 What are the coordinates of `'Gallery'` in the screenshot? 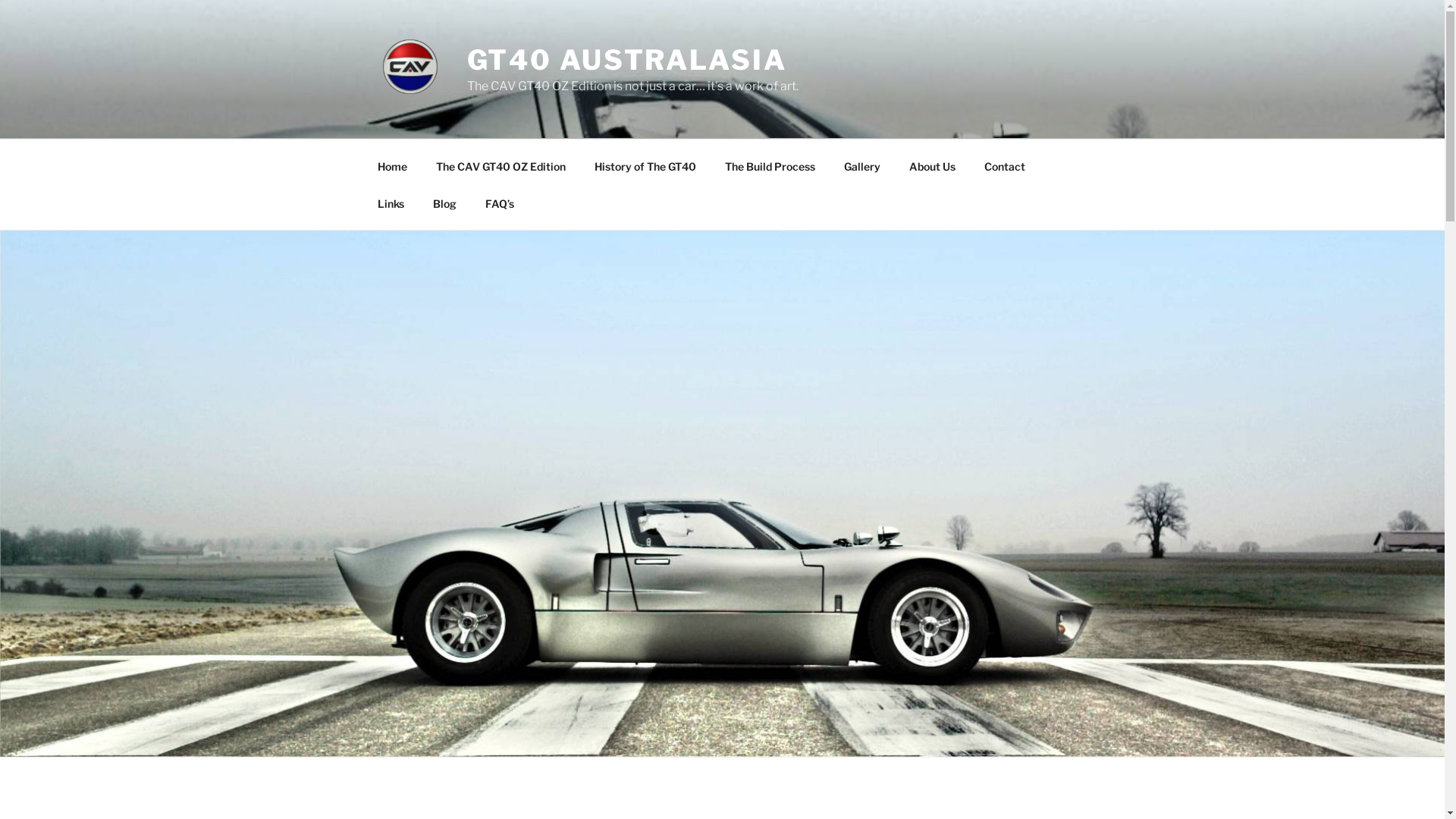 It's located at (862, 165).